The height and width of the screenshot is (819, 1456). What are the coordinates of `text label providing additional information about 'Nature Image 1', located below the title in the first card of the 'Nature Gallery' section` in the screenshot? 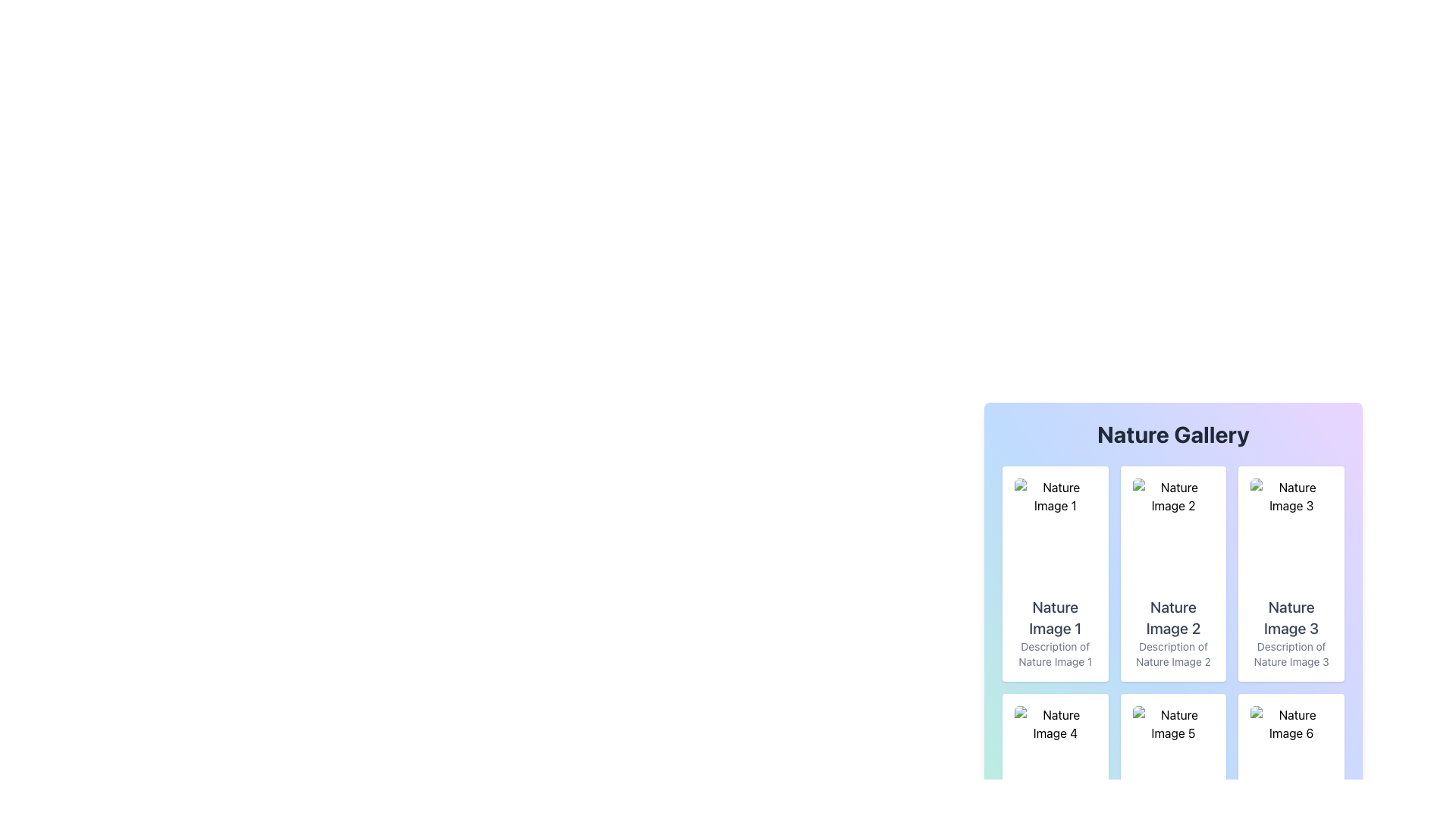 It's located at (1054, 654).